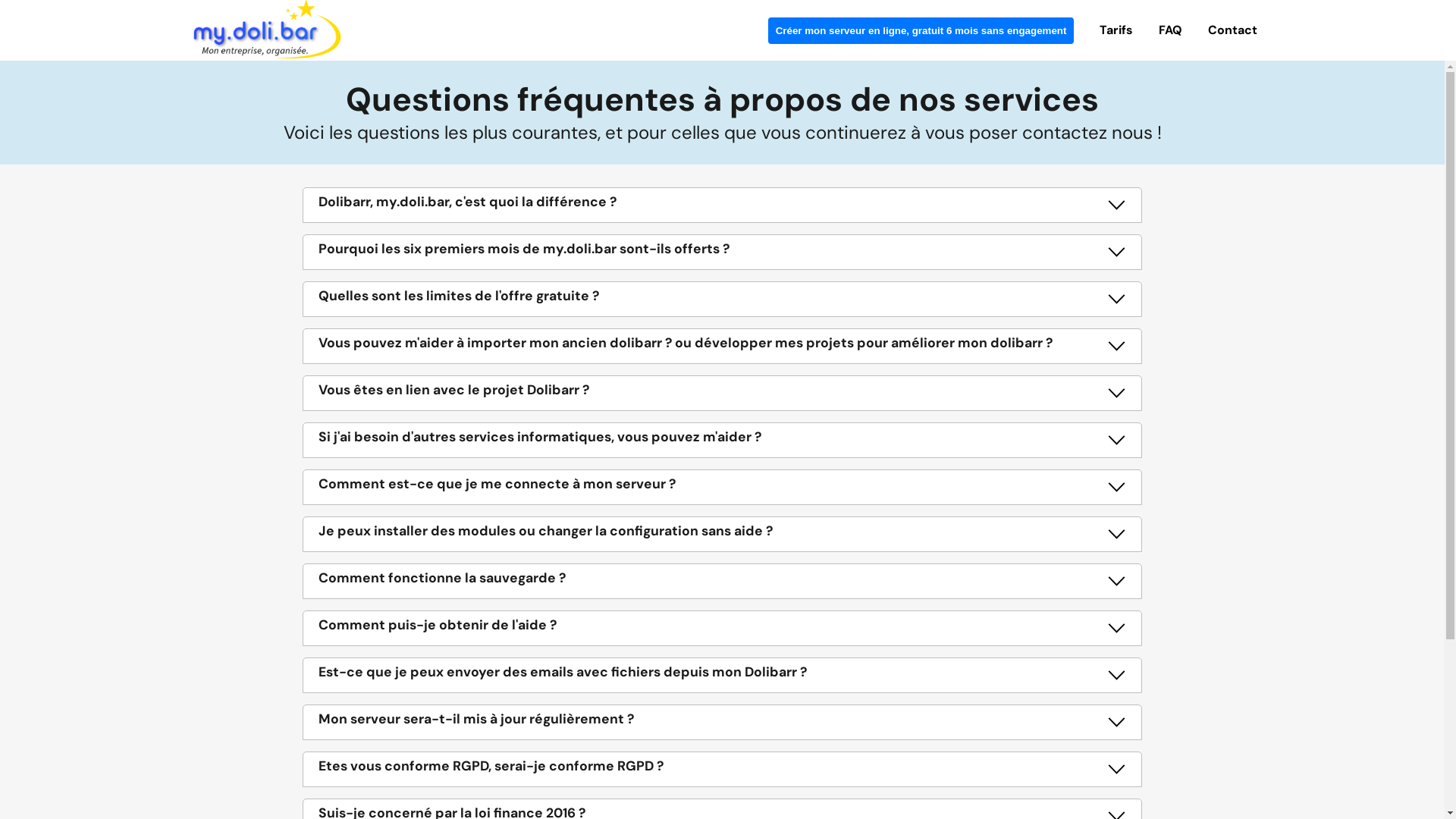  I want to click on 'Contact', so click(1232, 30).